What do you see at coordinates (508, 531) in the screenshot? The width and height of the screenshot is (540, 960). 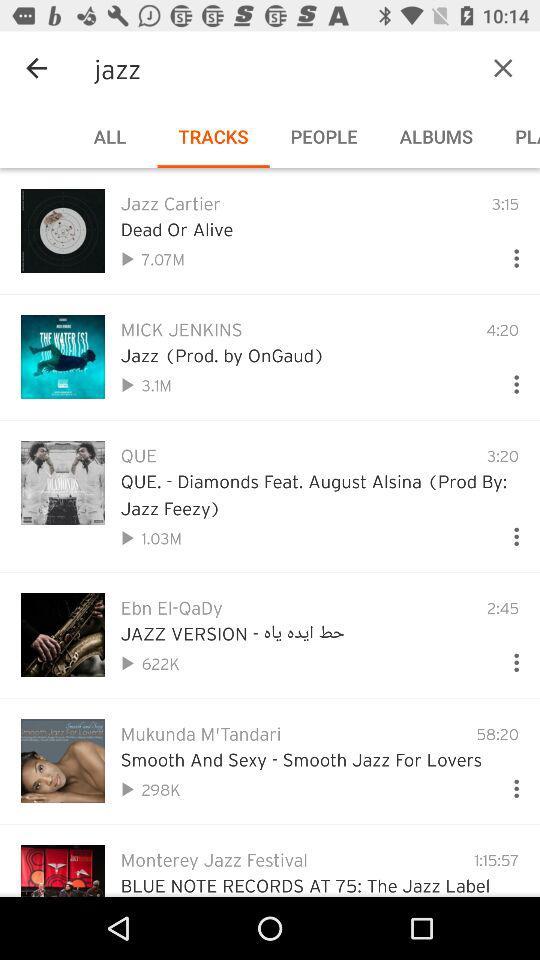 I see `see other details for this song` at bounding box center [508, 531].